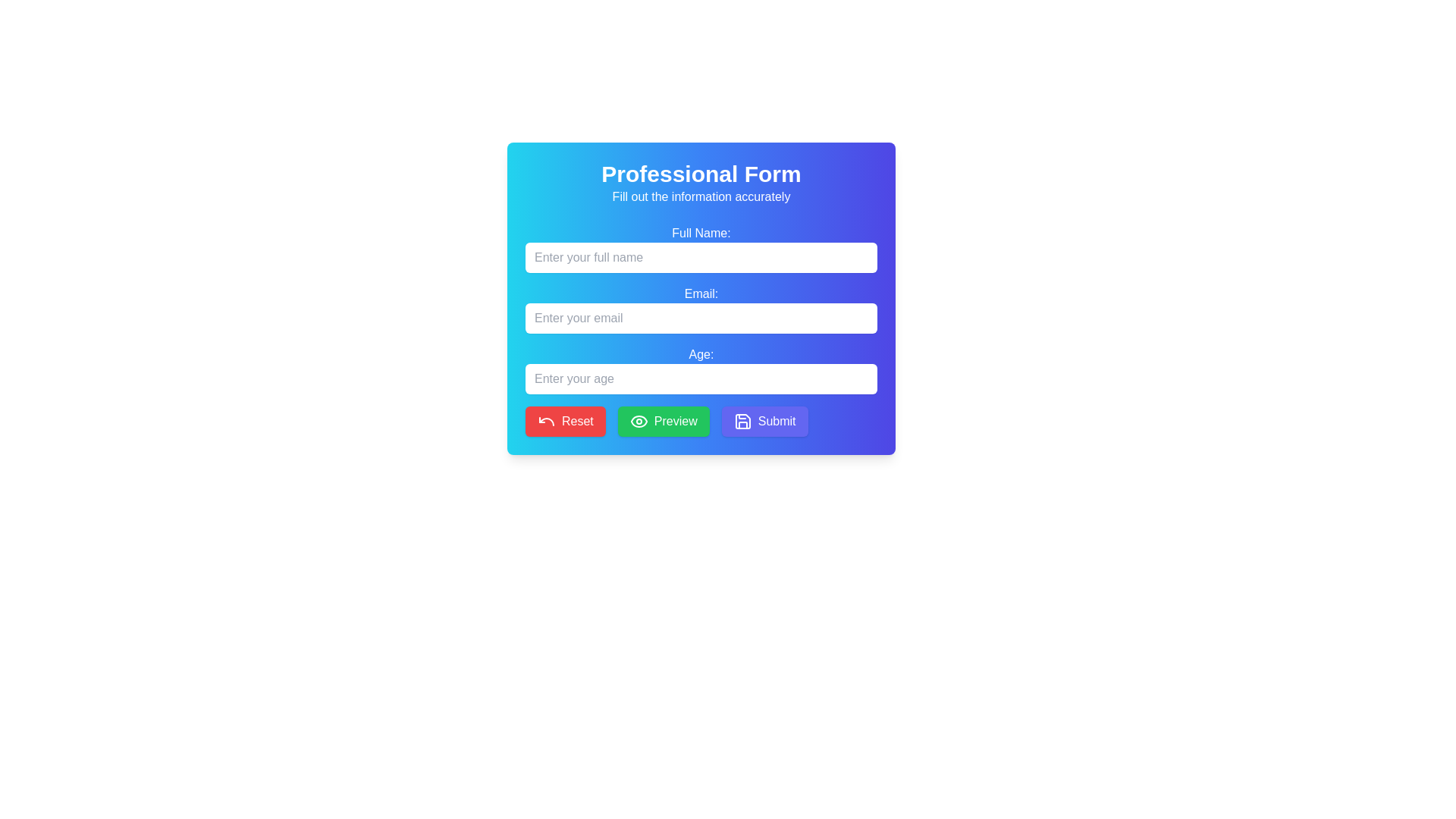 This screenshot has height=819, width=1456. What do you see at coordinates (701, 421) in the screenshot?
I see `the preview button located between the 'Reset' button and the 'Submit' button at the bottom of the form` at bounding box center [701, 421].